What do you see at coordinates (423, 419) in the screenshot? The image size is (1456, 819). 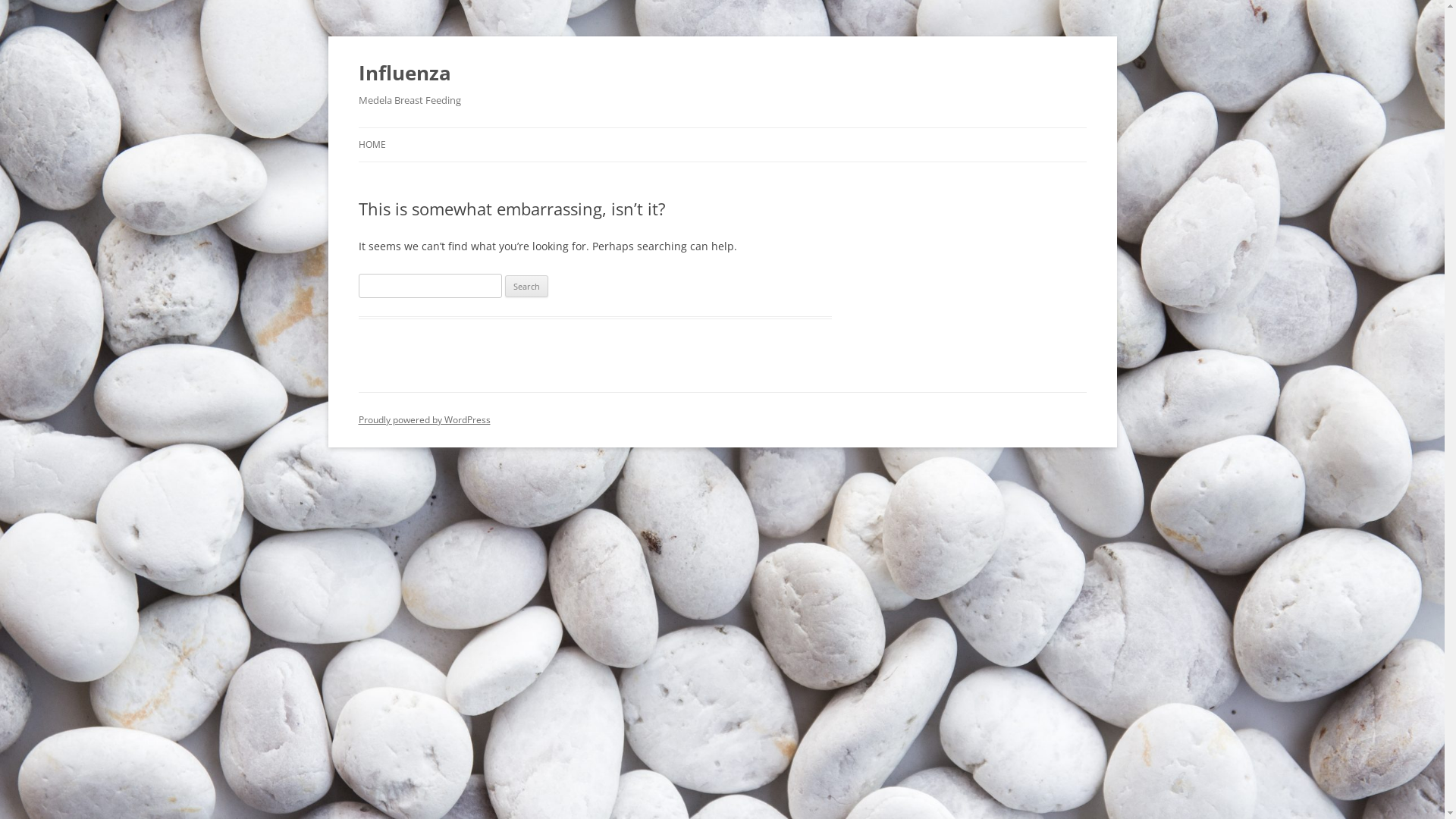 I see `'Proudly powered by WordPress'` at bounding box center [423, 419].